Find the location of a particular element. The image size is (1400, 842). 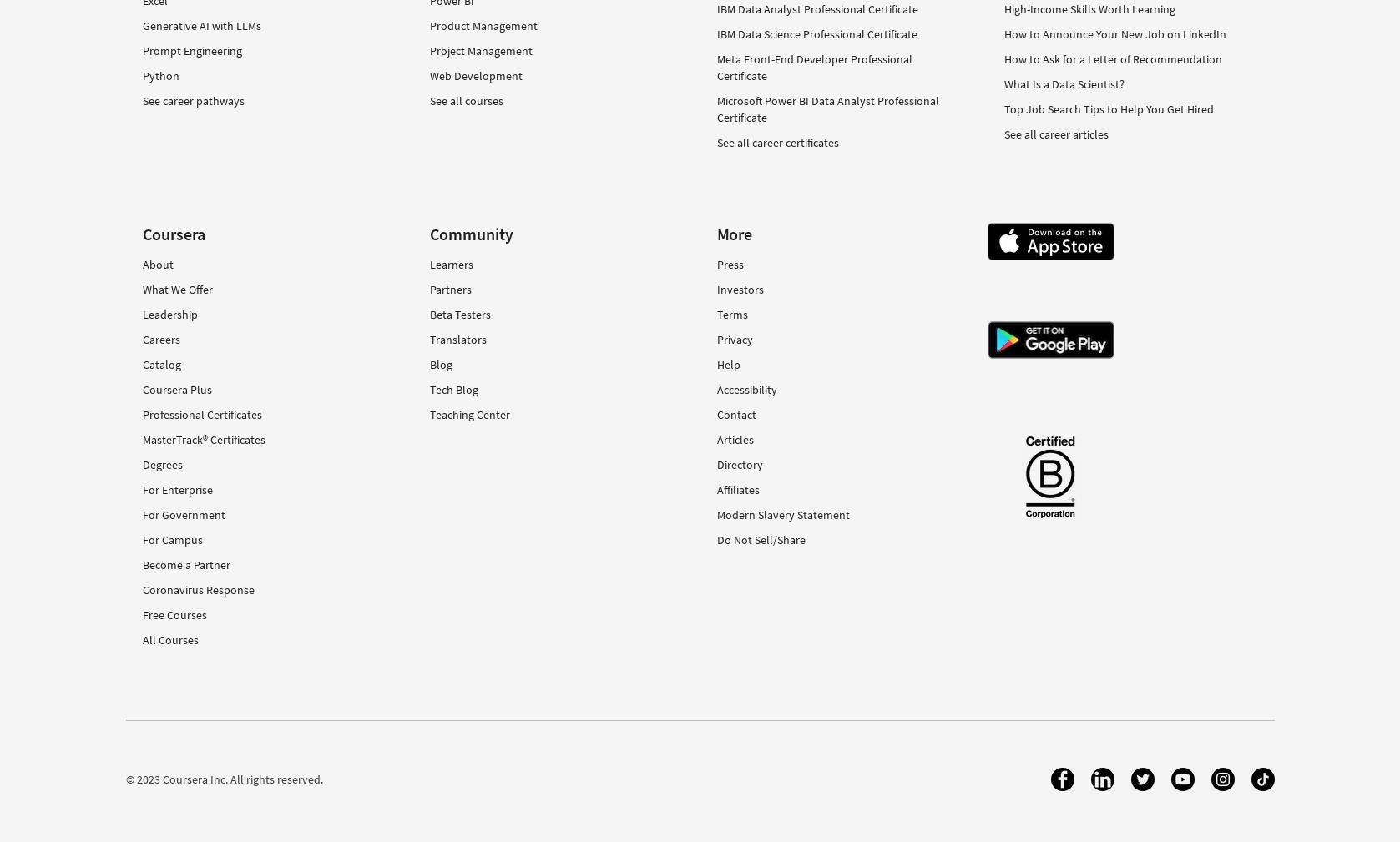

'Privacy' is located at coordinates (733, 338).